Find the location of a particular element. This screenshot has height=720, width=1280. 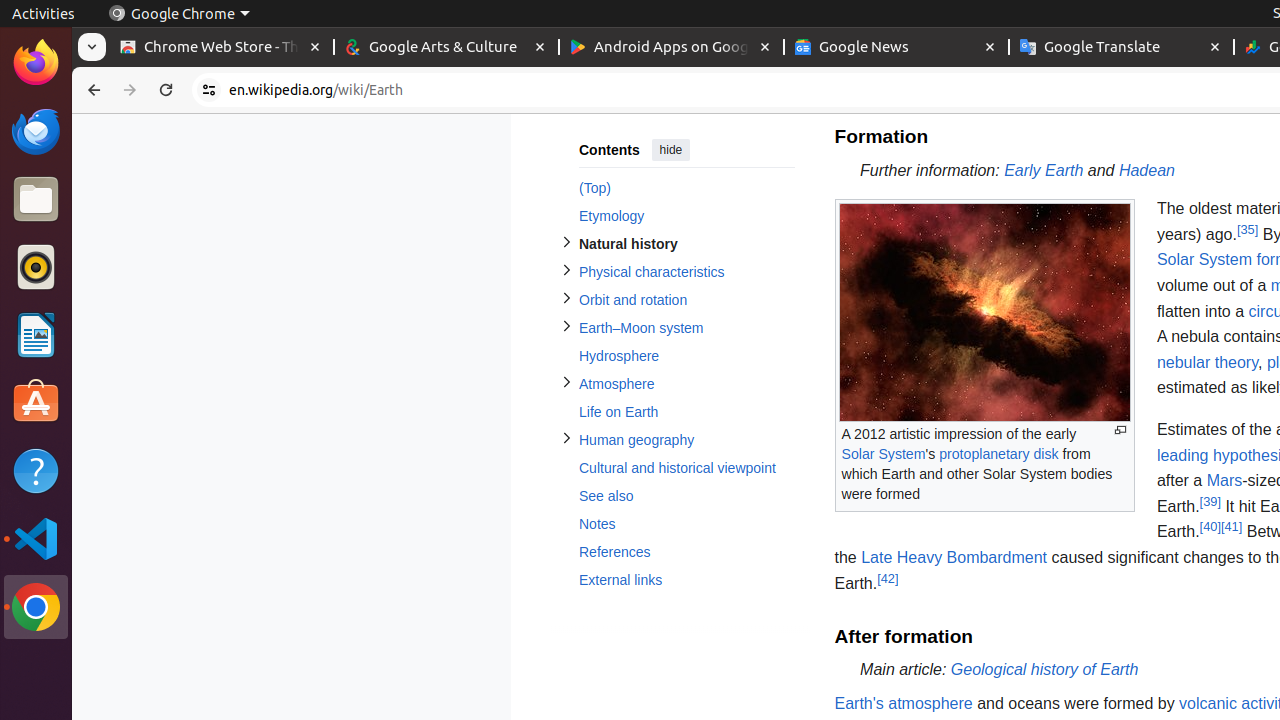

'Toggle Earth–Moon system subsection' is located at coordinates (565, 325).